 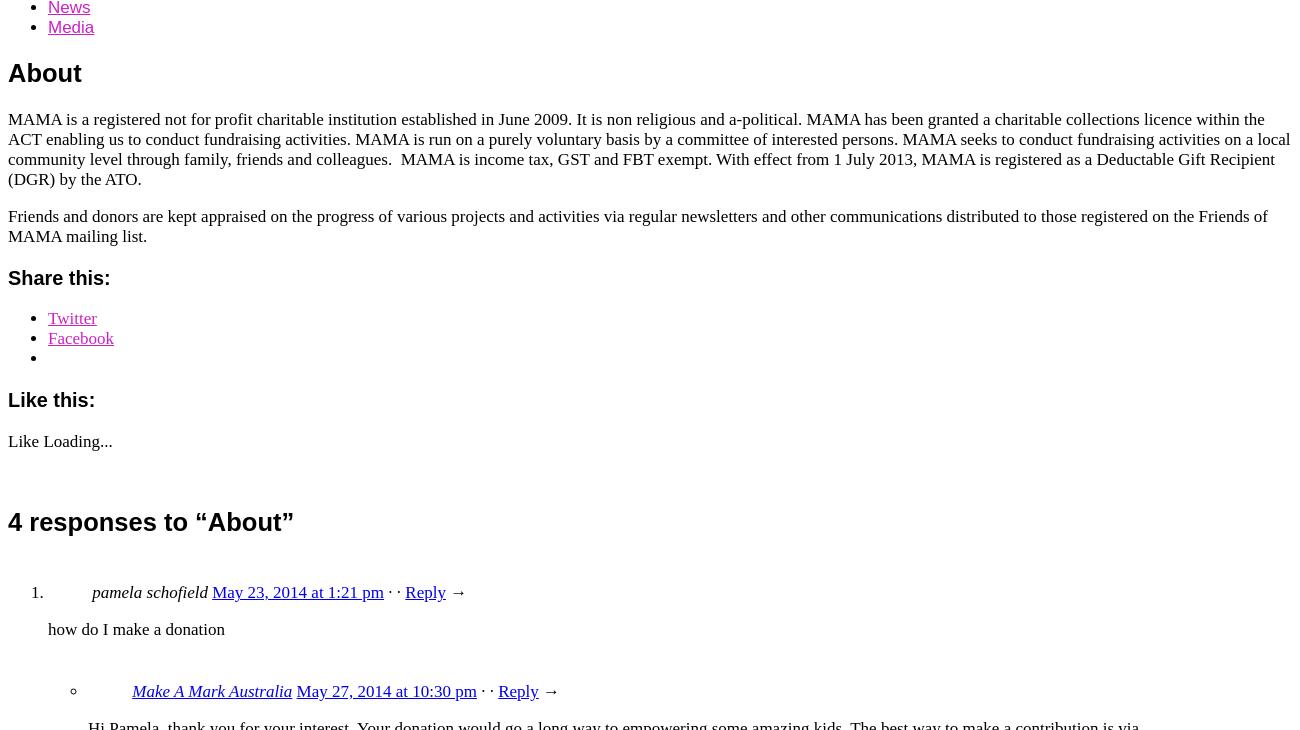 What do you see at coordinates (77, 440) in the screenshot?
I see `'Loading...'` at bounding box center [77, 440].